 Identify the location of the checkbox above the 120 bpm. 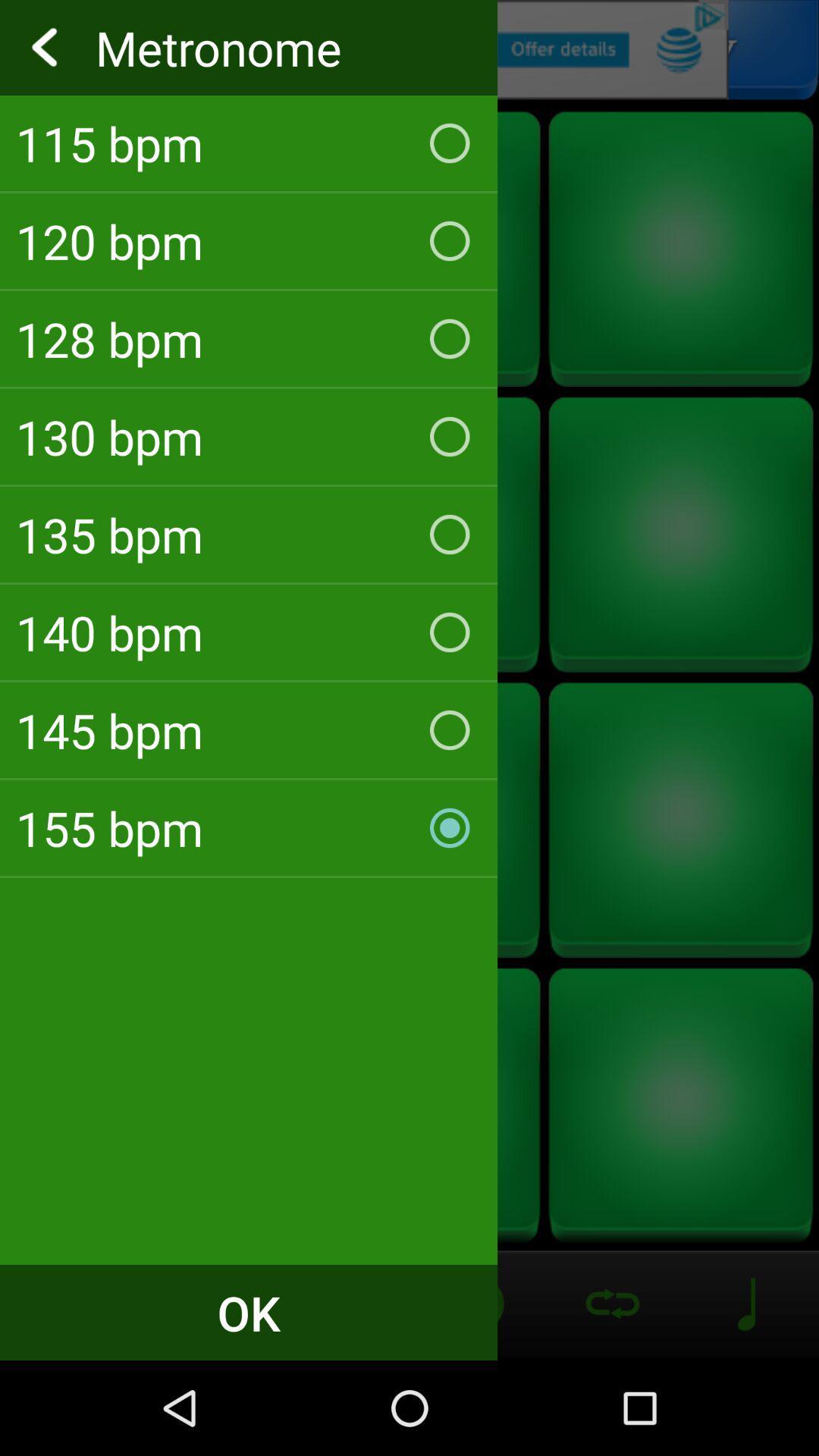
(248, 143).